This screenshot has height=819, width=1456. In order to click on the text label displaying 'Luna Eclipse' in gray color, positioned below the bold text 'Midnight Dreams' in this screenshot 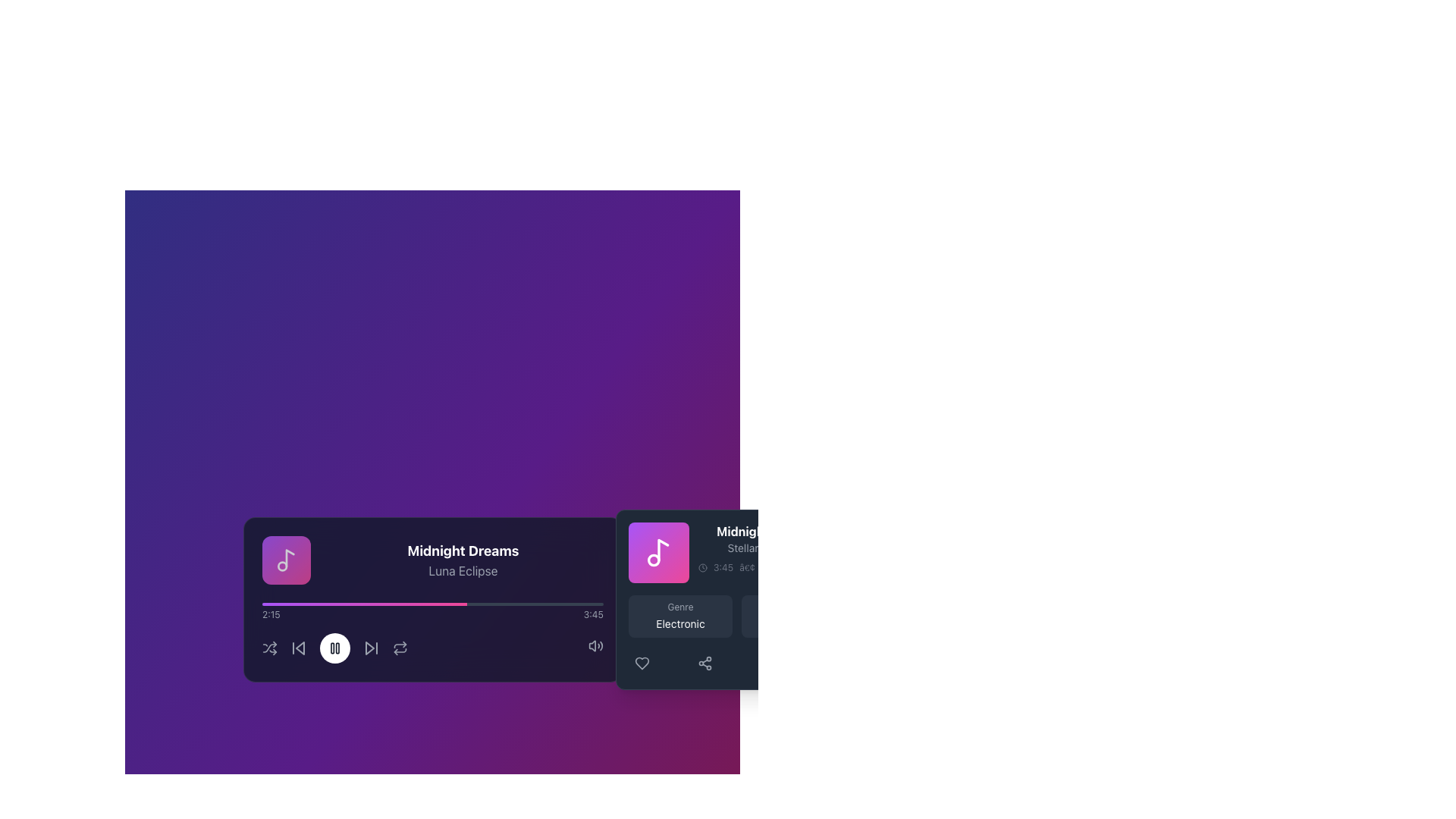, I will do `click(462, 570)`.